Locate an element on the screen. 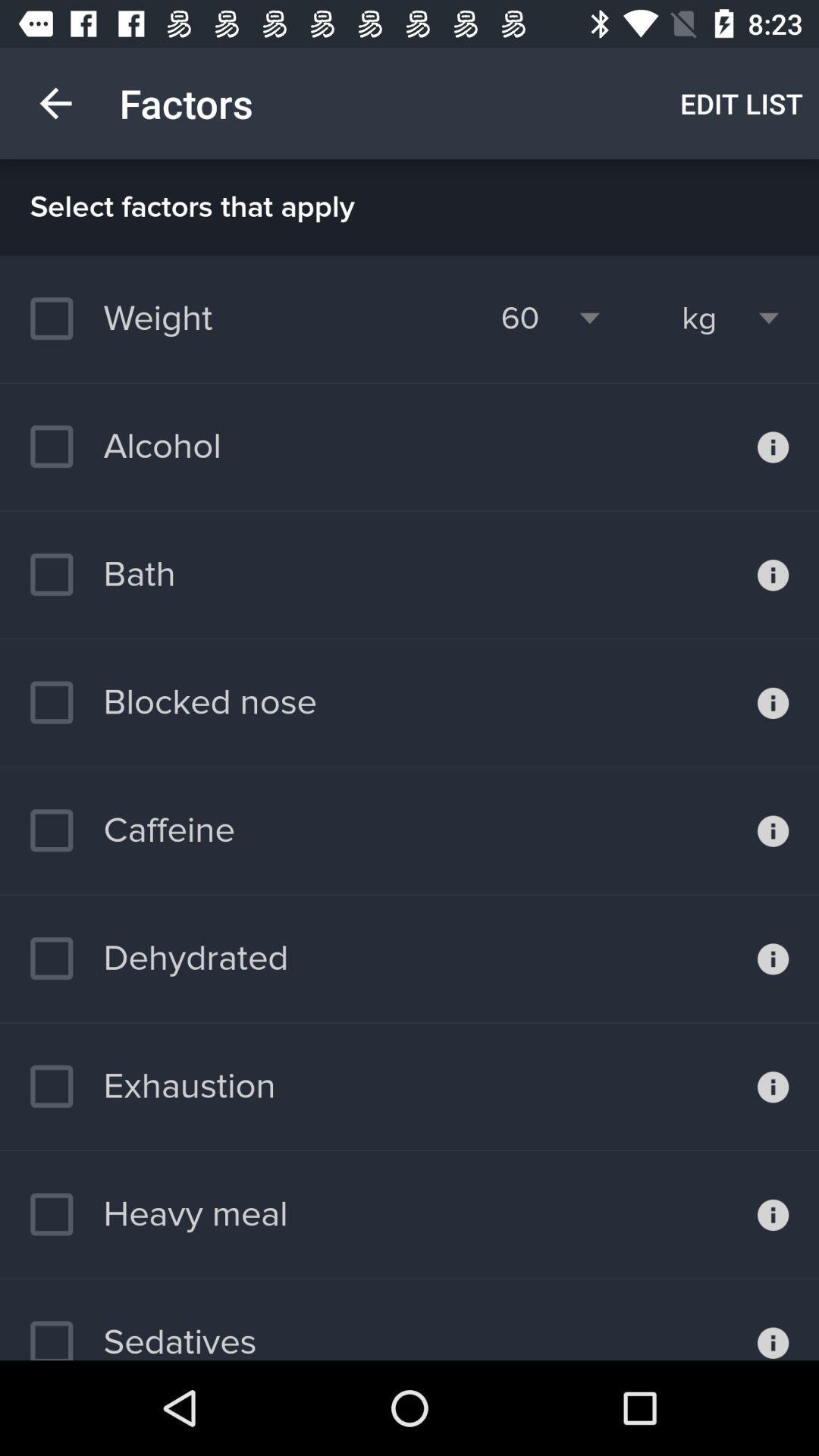 The height and width of the screenshot is (1456, 819). more information is located at coordinates (773, 446).